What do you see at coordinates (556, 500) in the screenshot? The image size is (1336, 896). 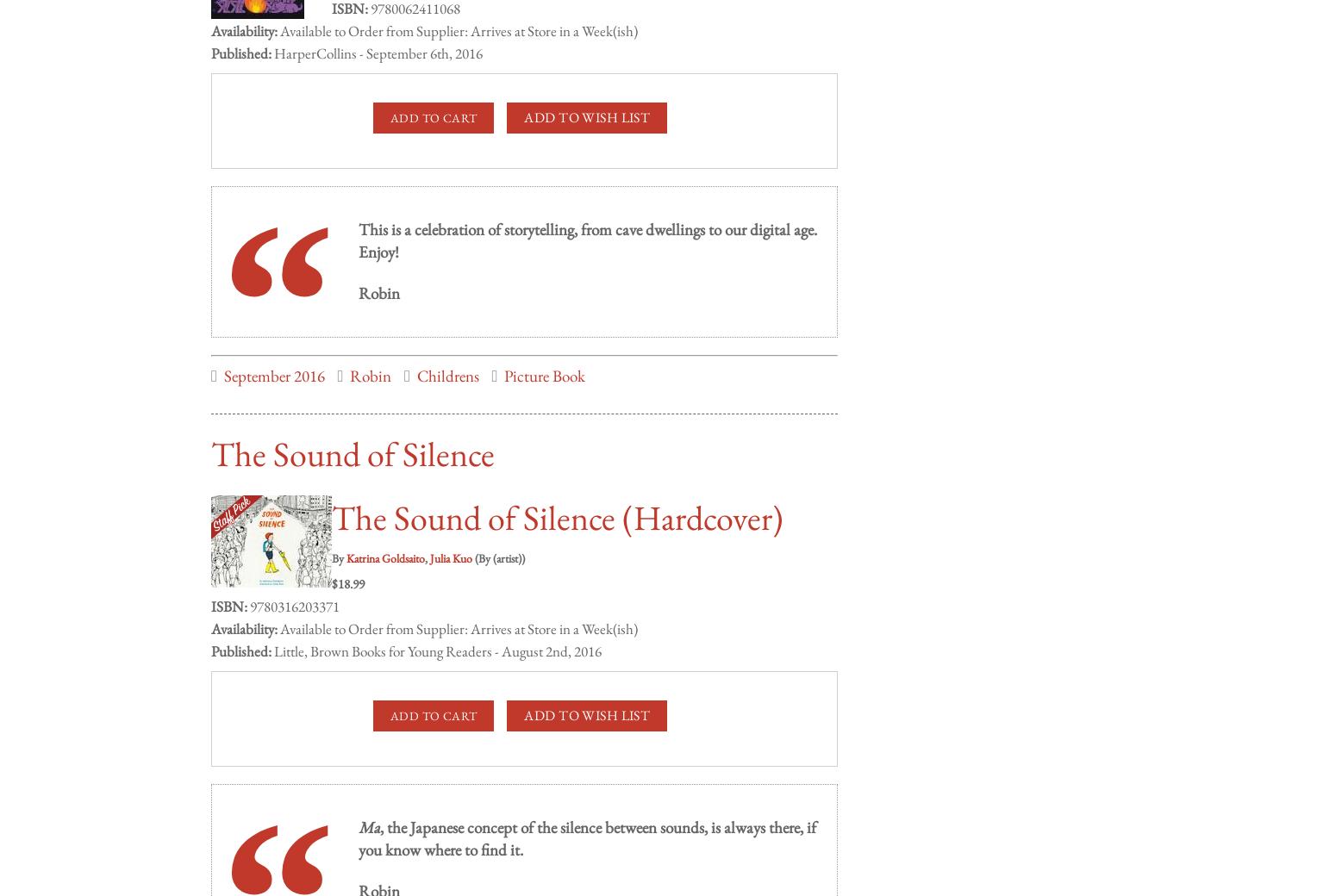 I see `'The Sound of Silence (Hardcover)'` at bounding box center [556, 500].